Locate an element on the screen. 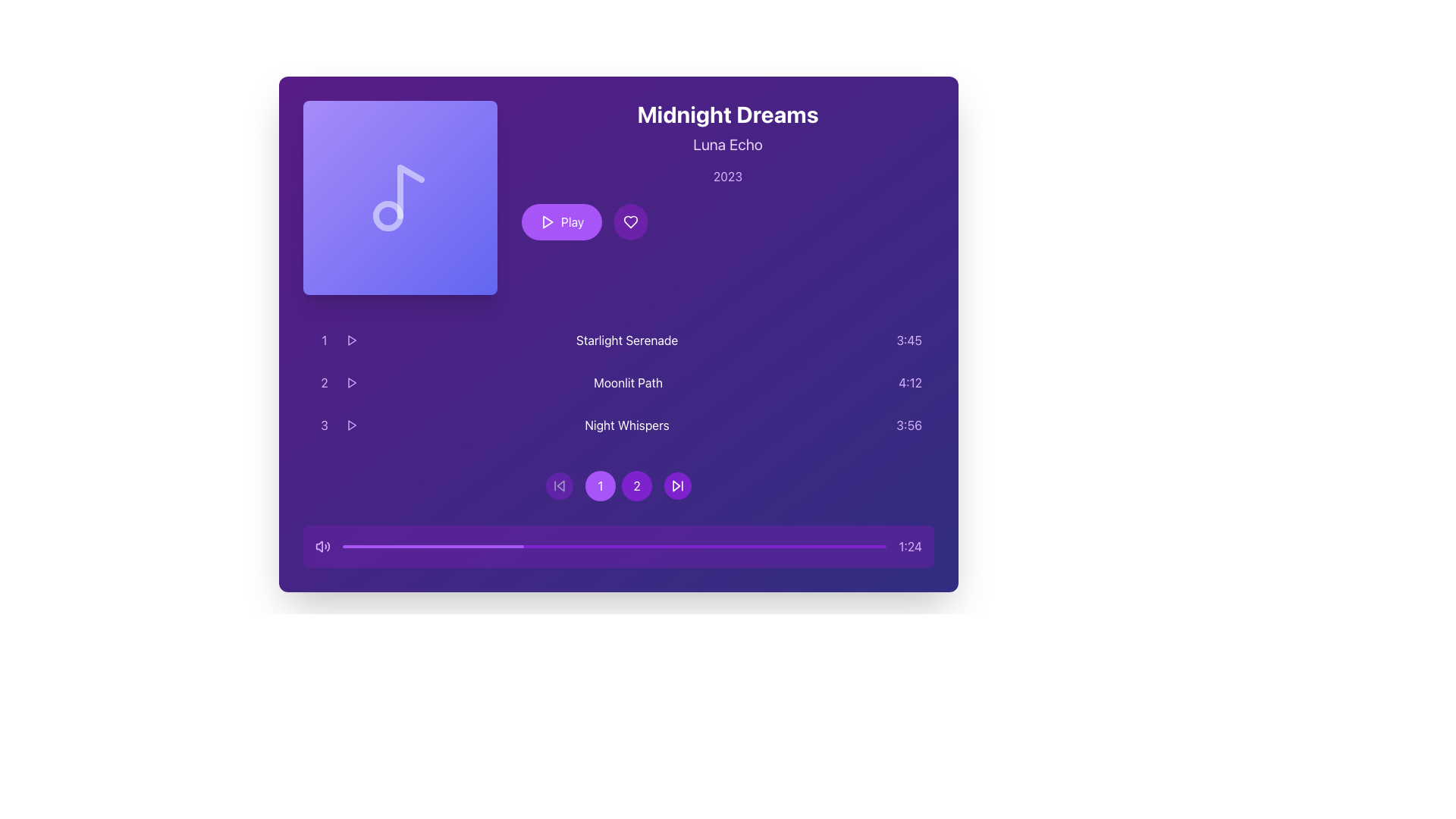  the progress is located at coordinates (457, 547).